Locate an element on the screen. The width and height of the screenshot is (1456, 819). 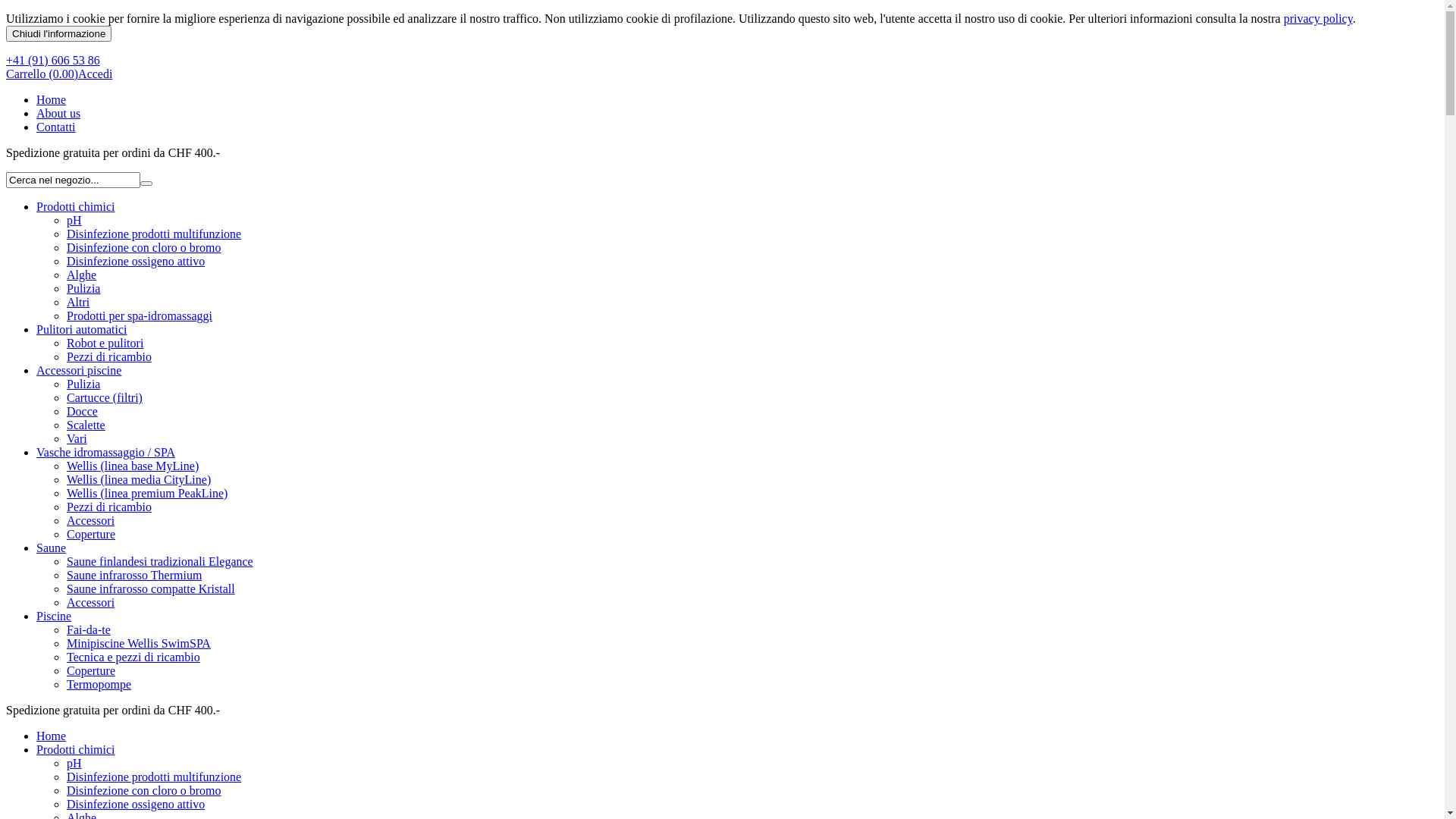
'Wellis (linea media CityLine)' is located at coordinates (138, 479).